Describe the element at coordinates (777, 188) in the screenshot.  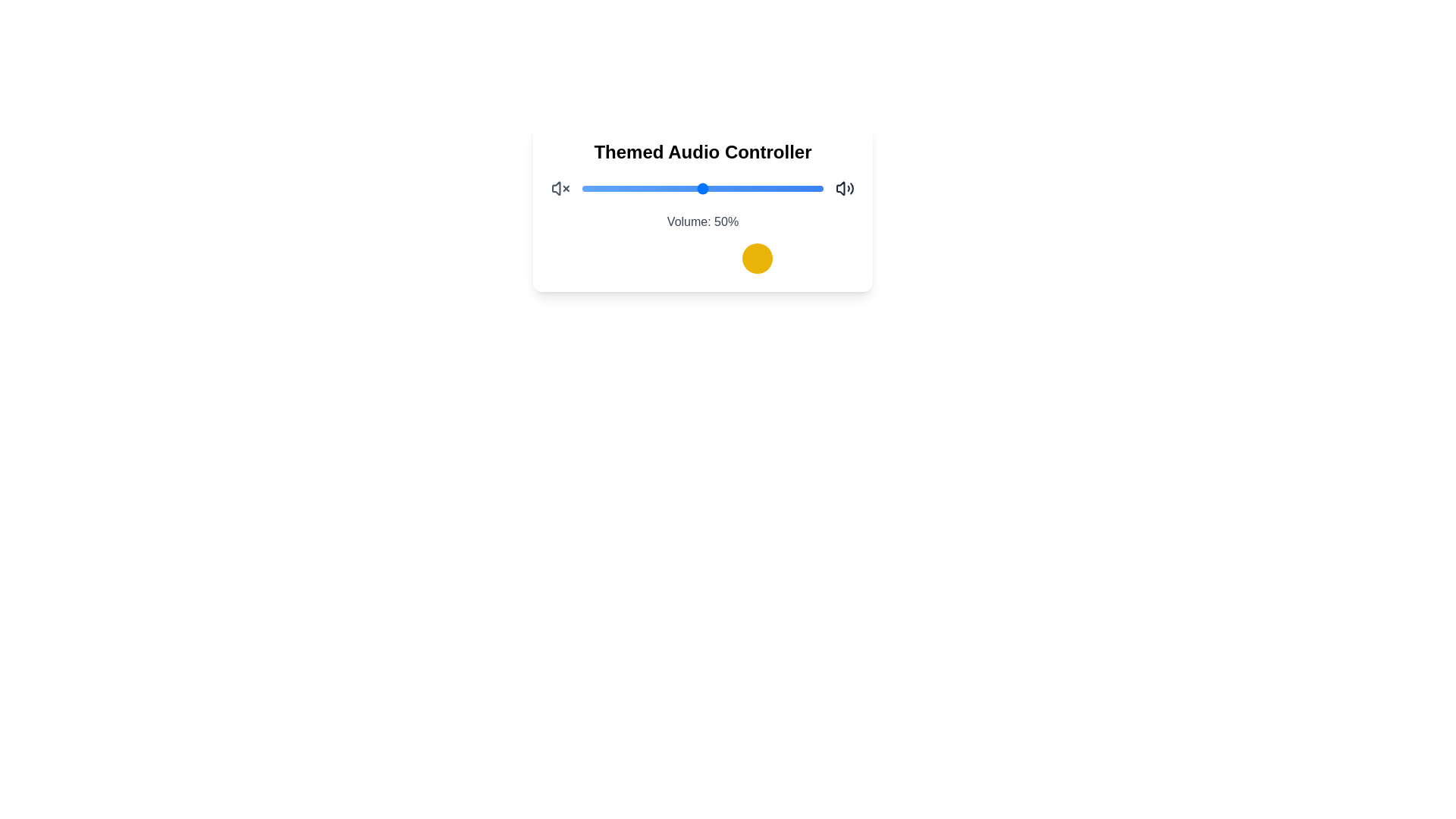
I see `the volume slider to set the volume to 81%` at that location.